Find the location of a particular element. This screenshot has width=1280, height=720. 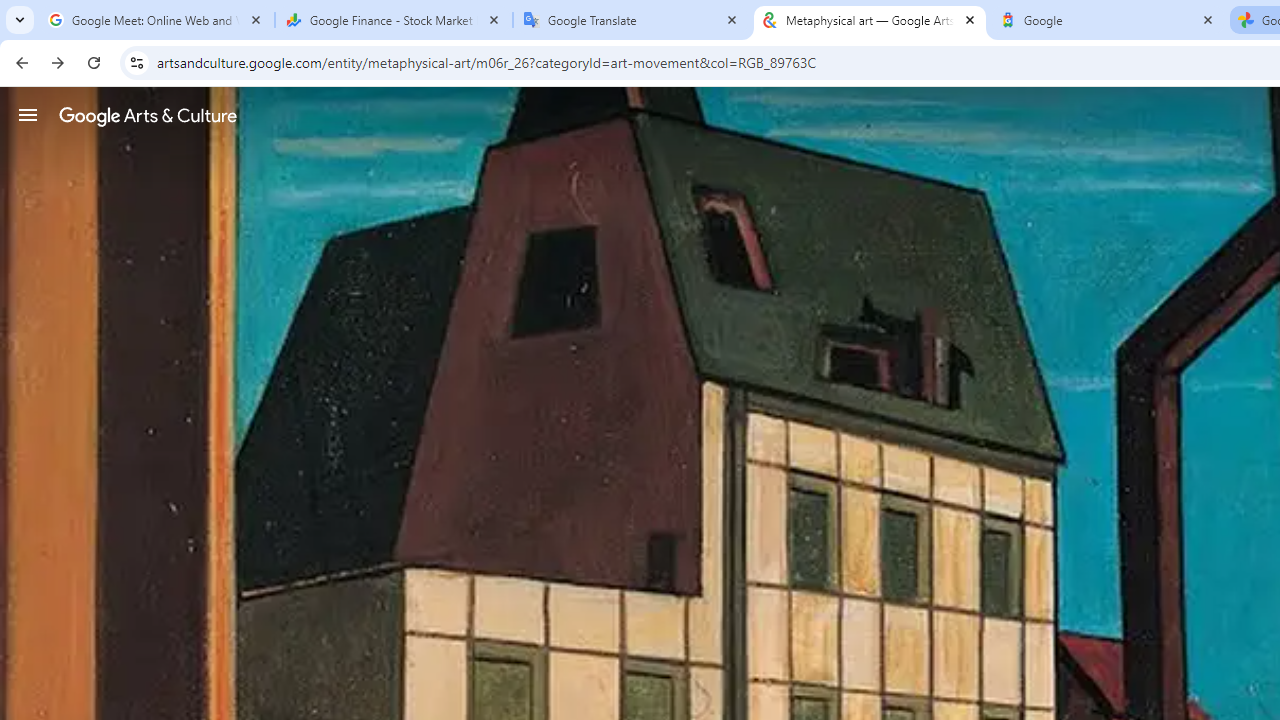

'Google Arts & Culture' is located at coordinates (147, 115).